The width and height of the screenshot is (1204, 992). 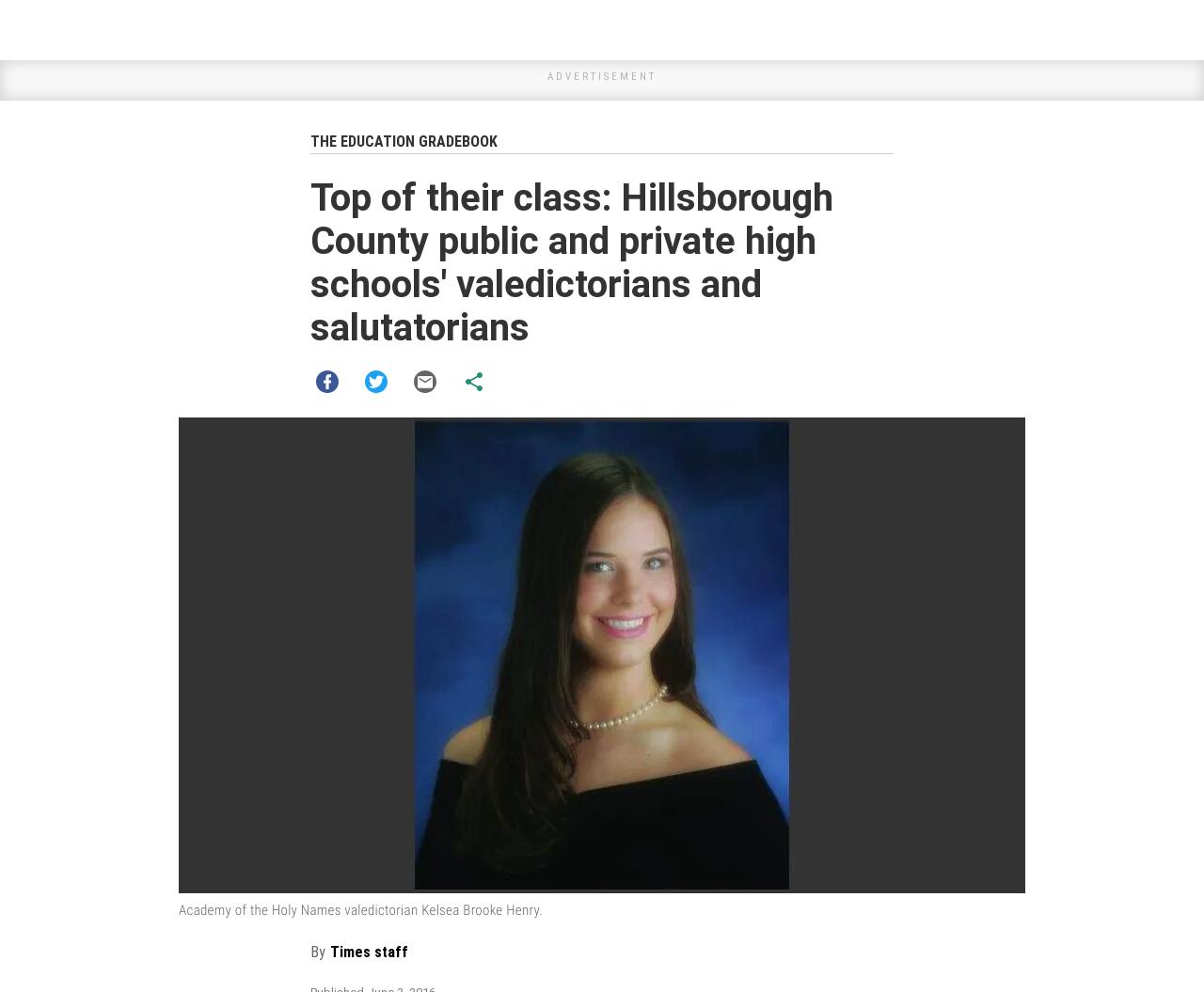 I want to click on 'tampabay.com', so click(x=387, y=966).